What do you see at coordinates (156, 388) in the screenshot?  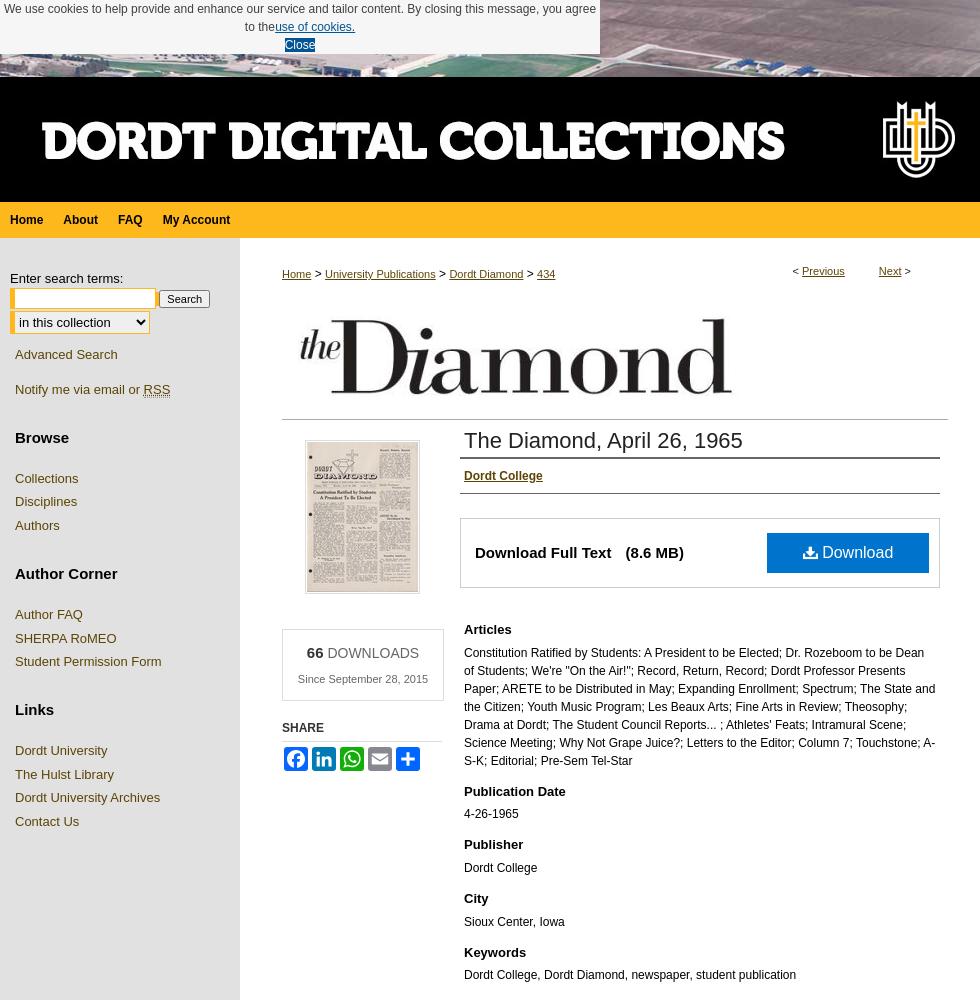 I see `'RSS'` at bounding box center [156, 388].